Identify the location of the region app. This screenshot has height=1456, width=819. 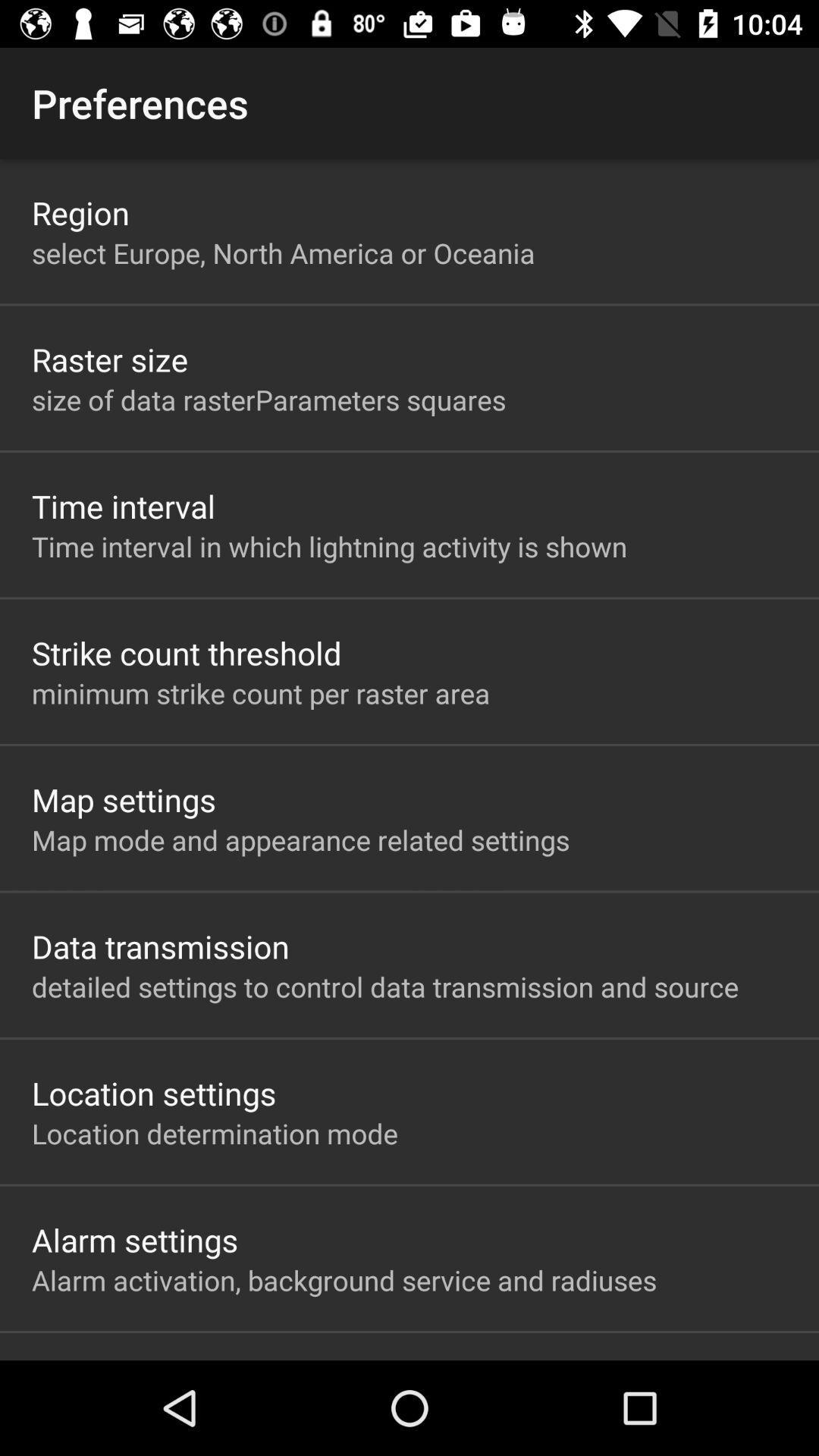
(80, 212).